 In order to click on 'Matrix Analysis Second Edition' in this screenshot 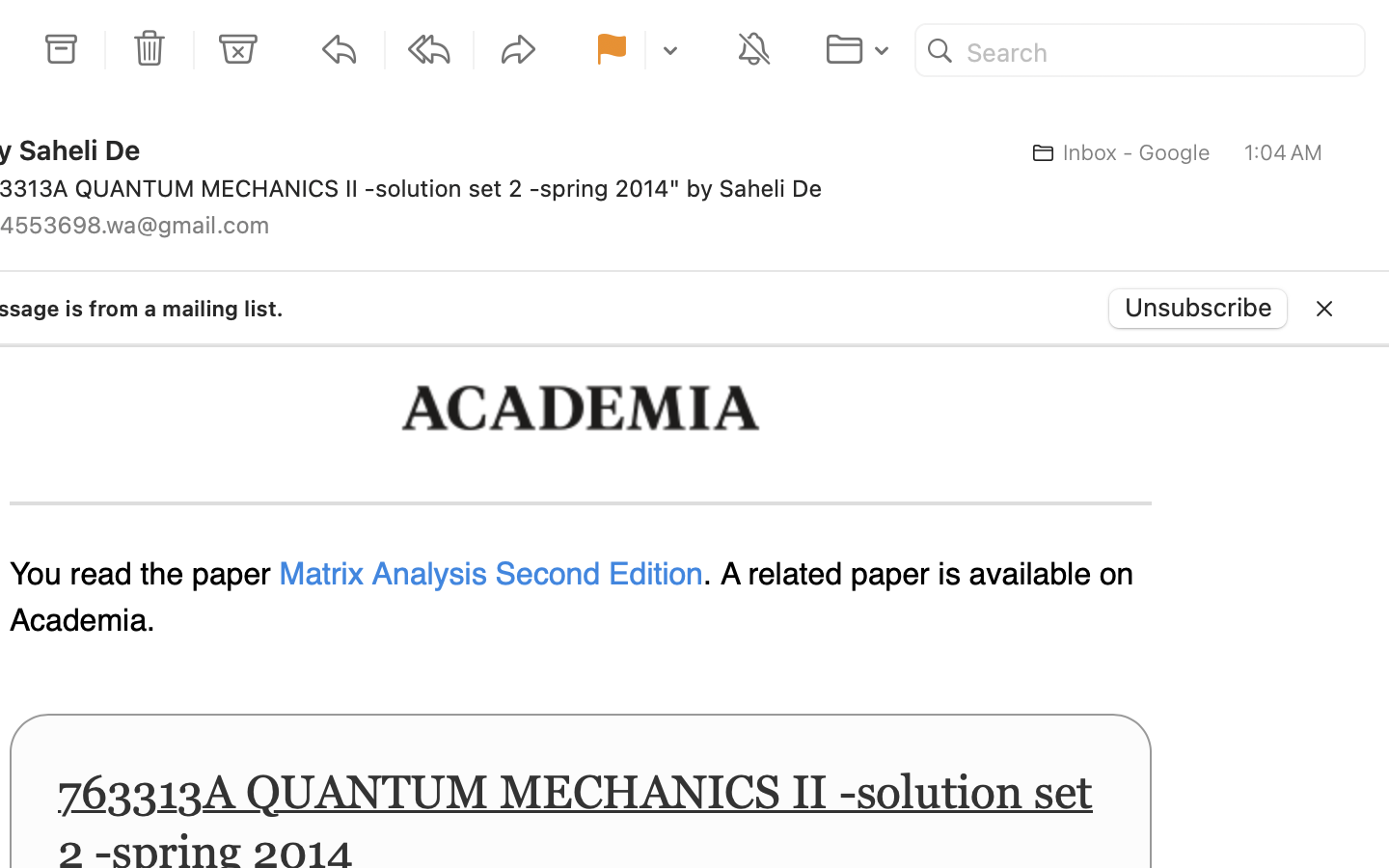, I will do `click(490, 574)`.